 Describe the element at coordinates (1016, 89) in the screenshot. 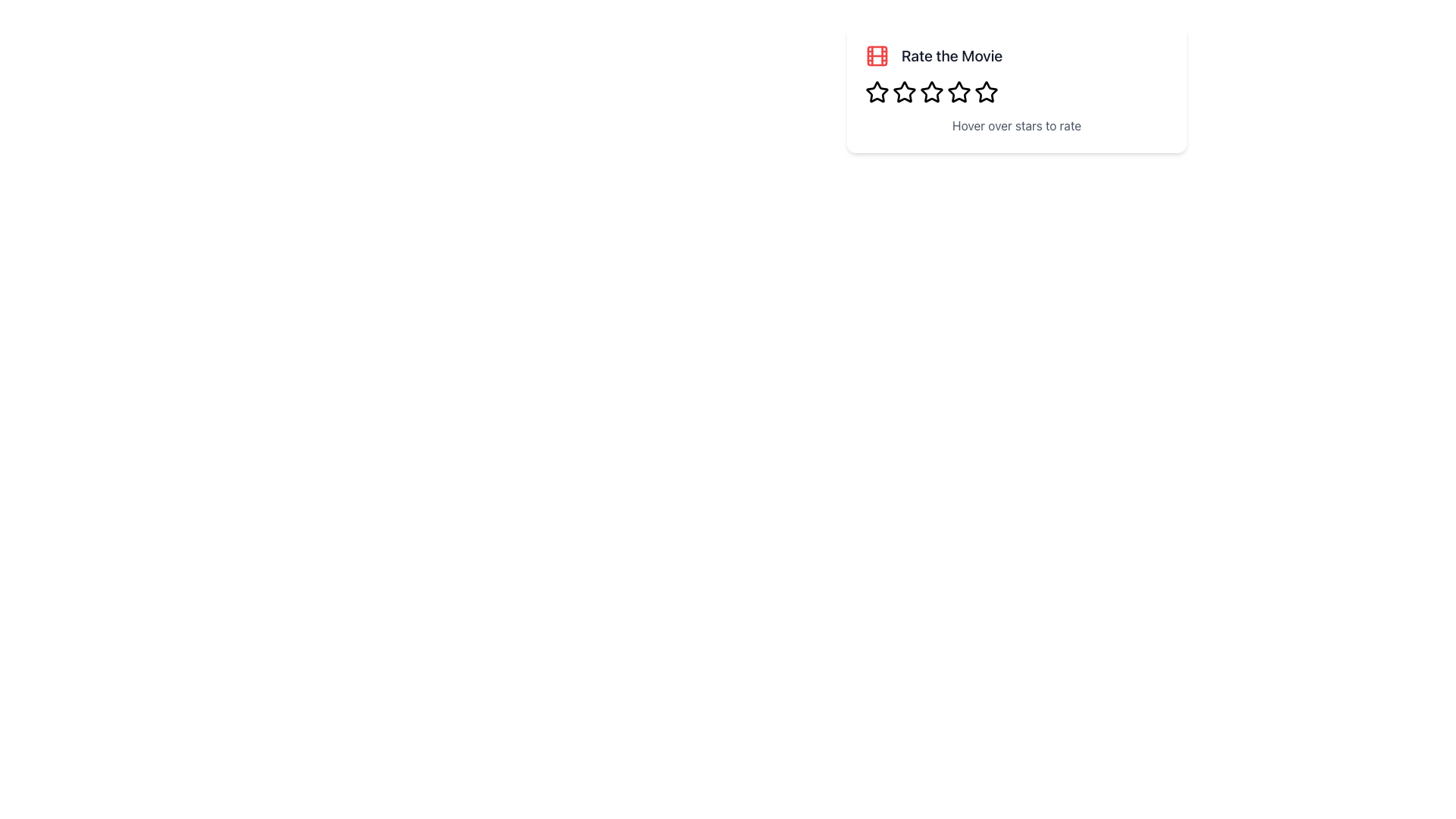

I see `instructional text 'Hover over stars to rate' within the rating card that has a red film icon and the title 'Rate the Movie'` at that location.